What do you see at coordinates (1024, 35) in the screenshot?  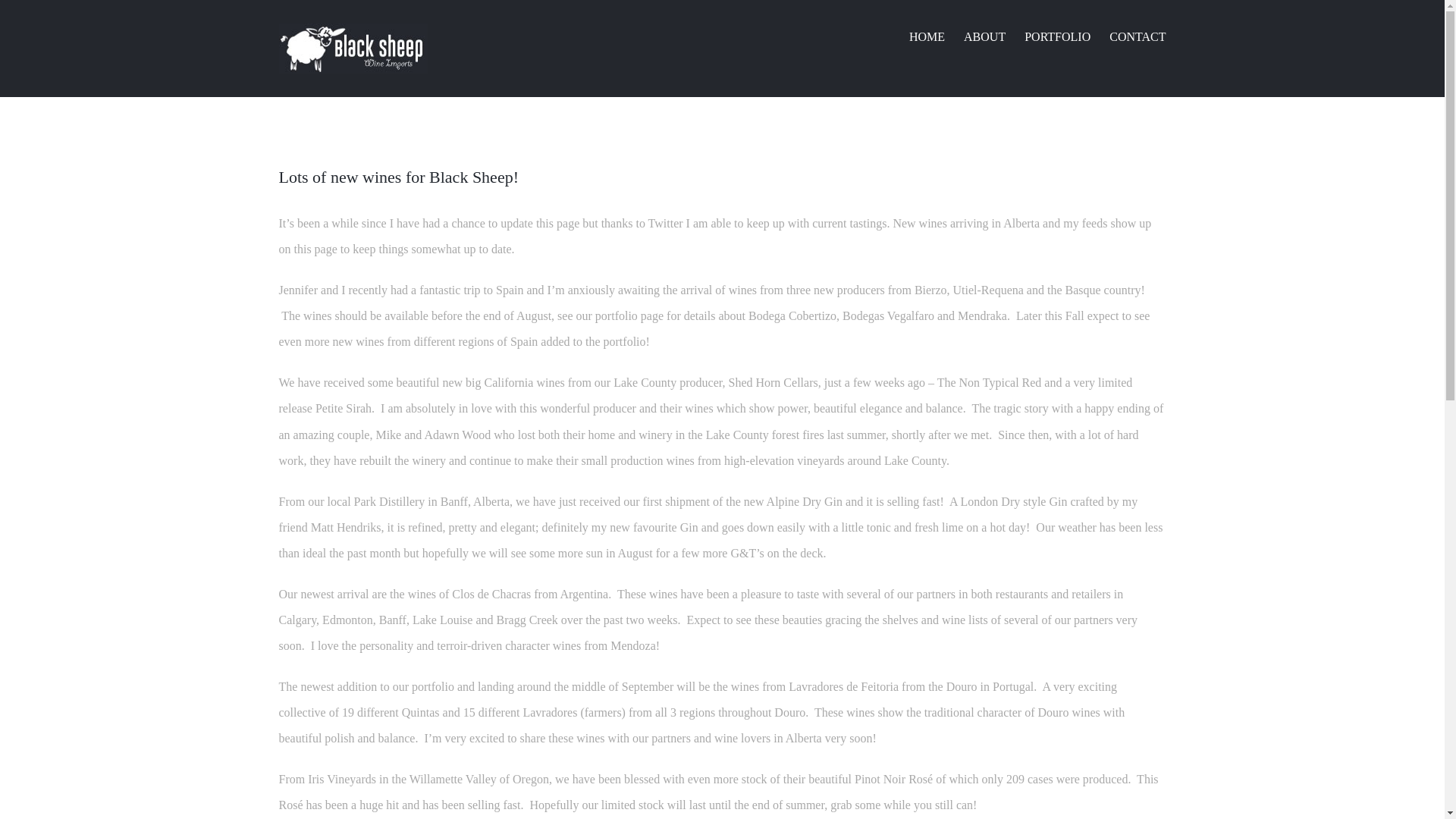 I see `'PORTFOLIO'` at bounding box center [1024, 35].